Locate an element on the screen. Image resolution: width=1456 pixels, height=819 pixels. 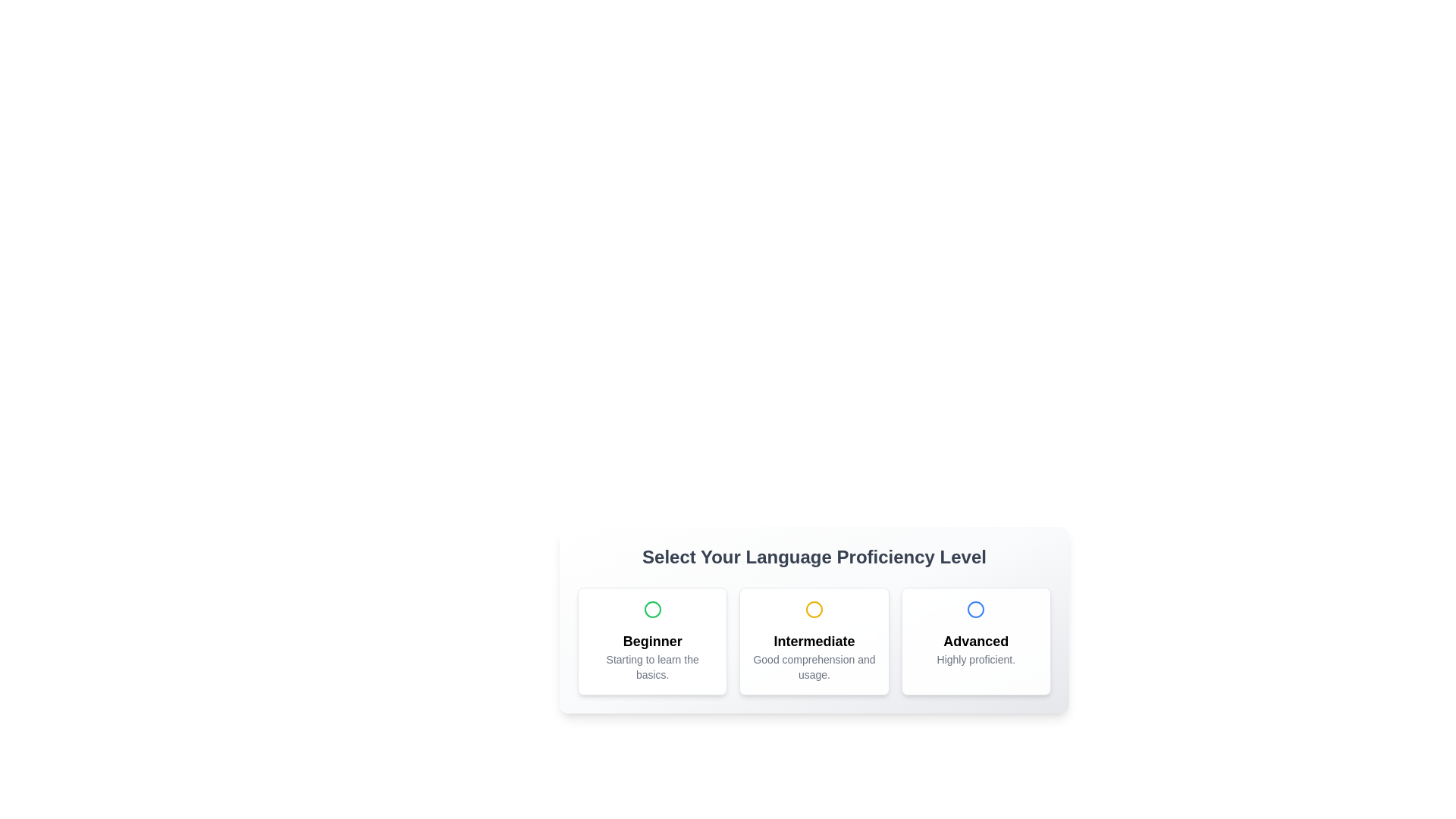
the 'Beginner' language proficiency level icon, which is positioned above the 'Beginner' label text and to the left of the description within the 'Beginner' card is located at coordinates (652, 608).